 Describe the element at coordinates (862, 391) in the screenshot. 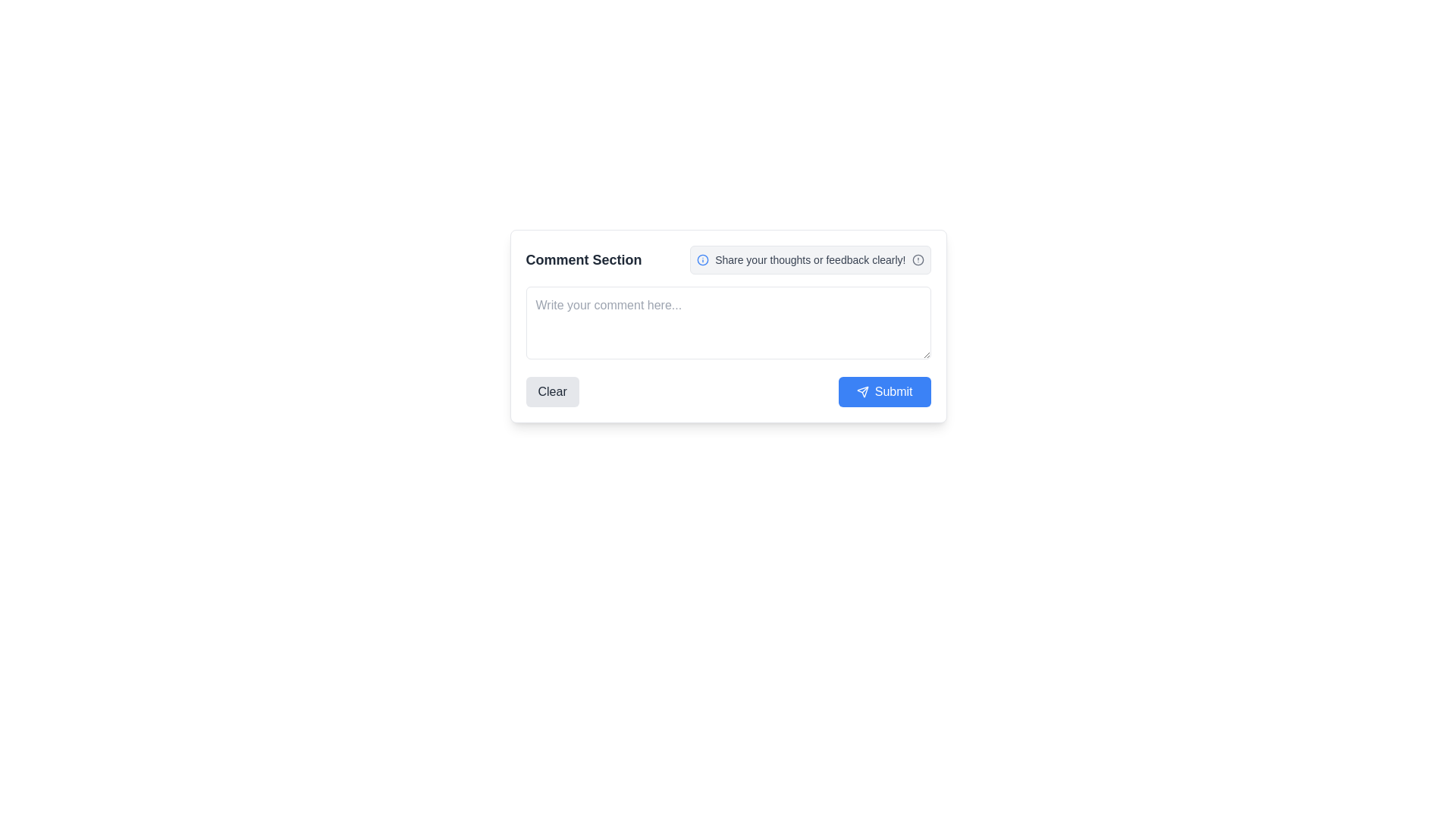

I see `the paper airplane icon within the 'Submit' button located at the bottom-right of the 'Comment Section' card` at that location.